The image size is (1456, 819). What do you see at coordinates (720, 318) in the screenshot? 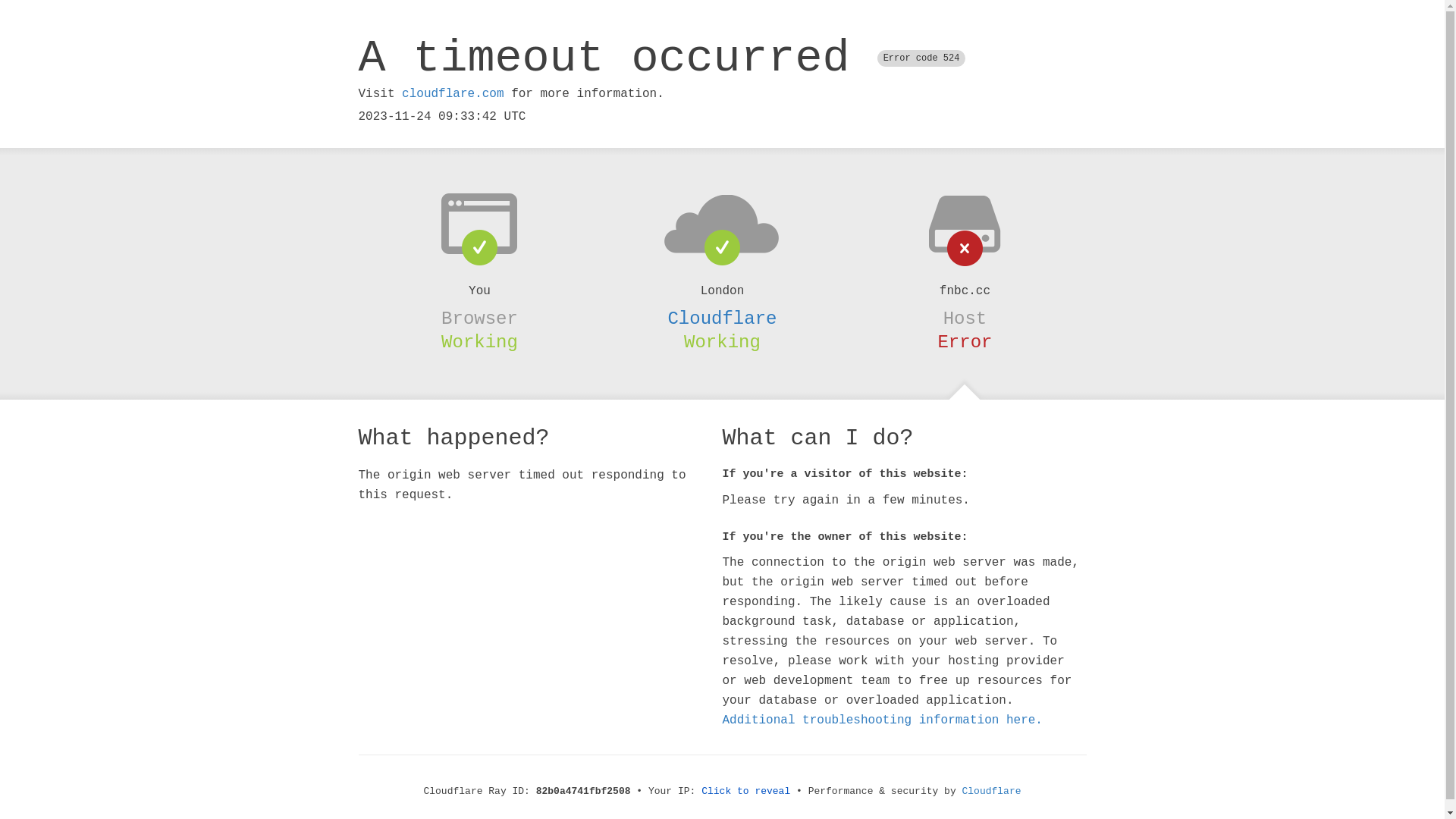
I see `'Cloudflare'` at bounding box center [720, 318].